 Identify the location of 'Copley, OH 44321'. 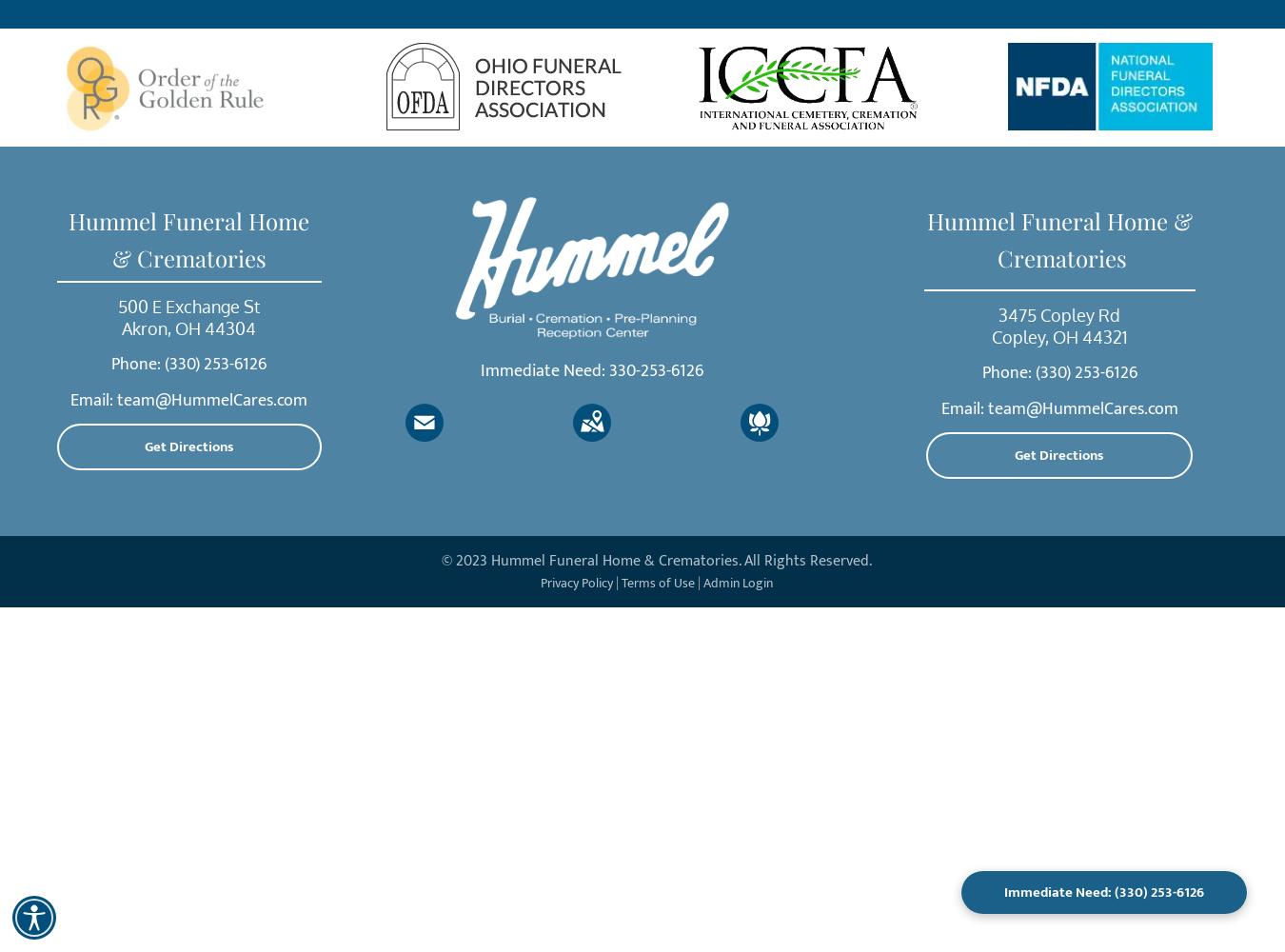
(990, 336).